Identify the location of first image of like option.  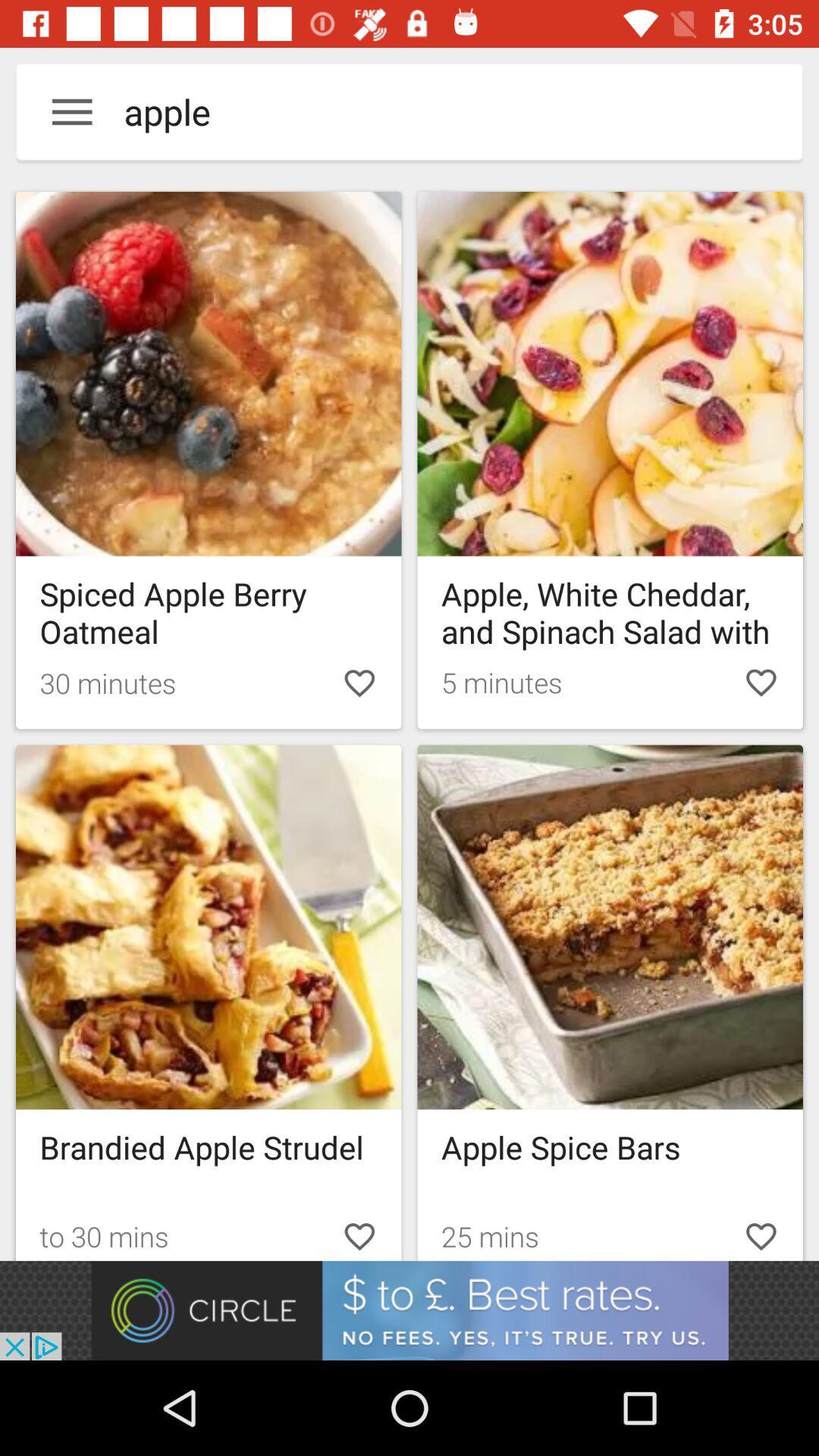
(359, 682).